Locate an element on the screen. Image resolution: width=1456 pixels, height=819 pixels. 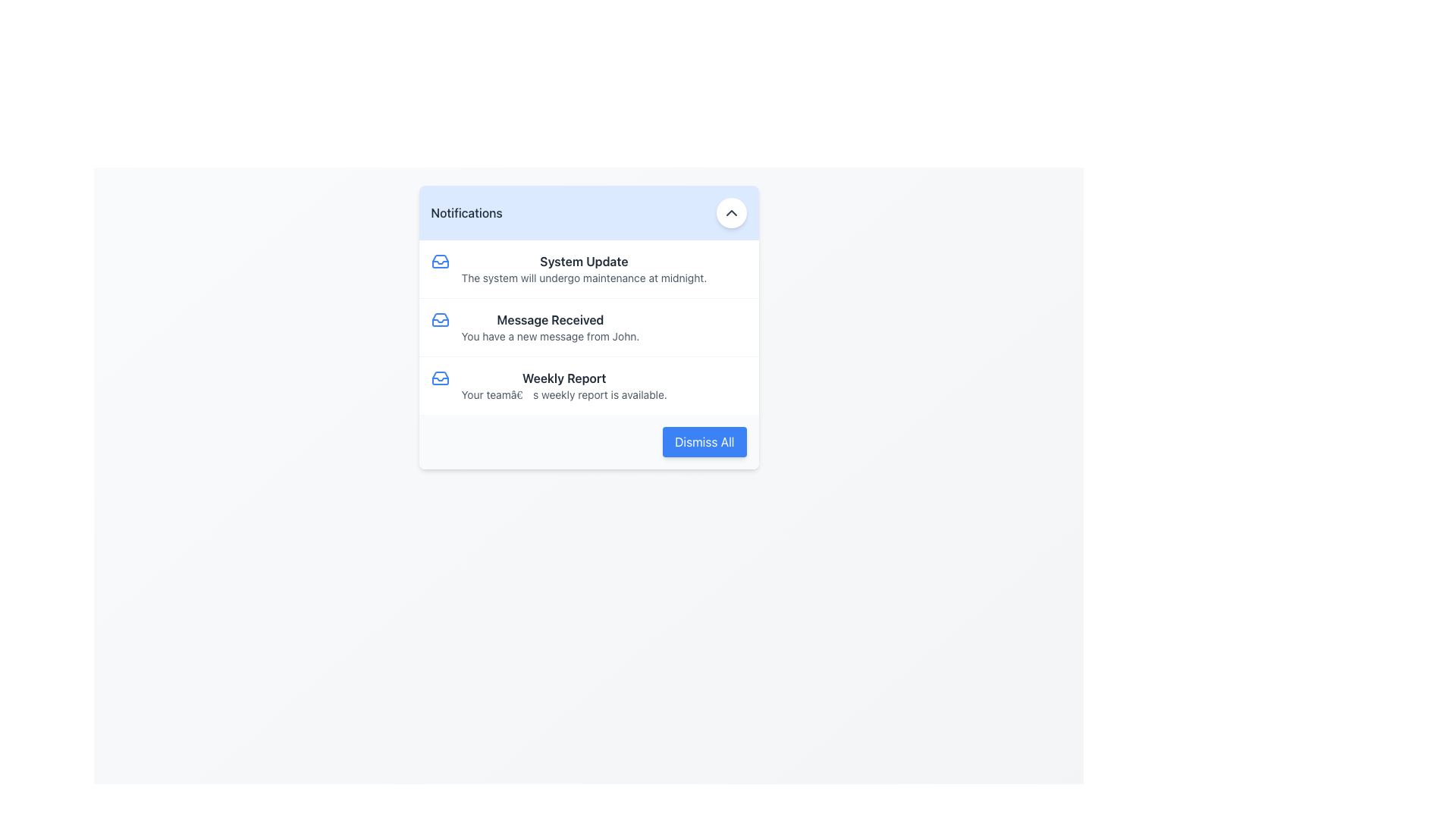
the Notification management section which has a light gray background and contains a blue 'Dismiss All' button on the right side is located at coordinates (588, 441).